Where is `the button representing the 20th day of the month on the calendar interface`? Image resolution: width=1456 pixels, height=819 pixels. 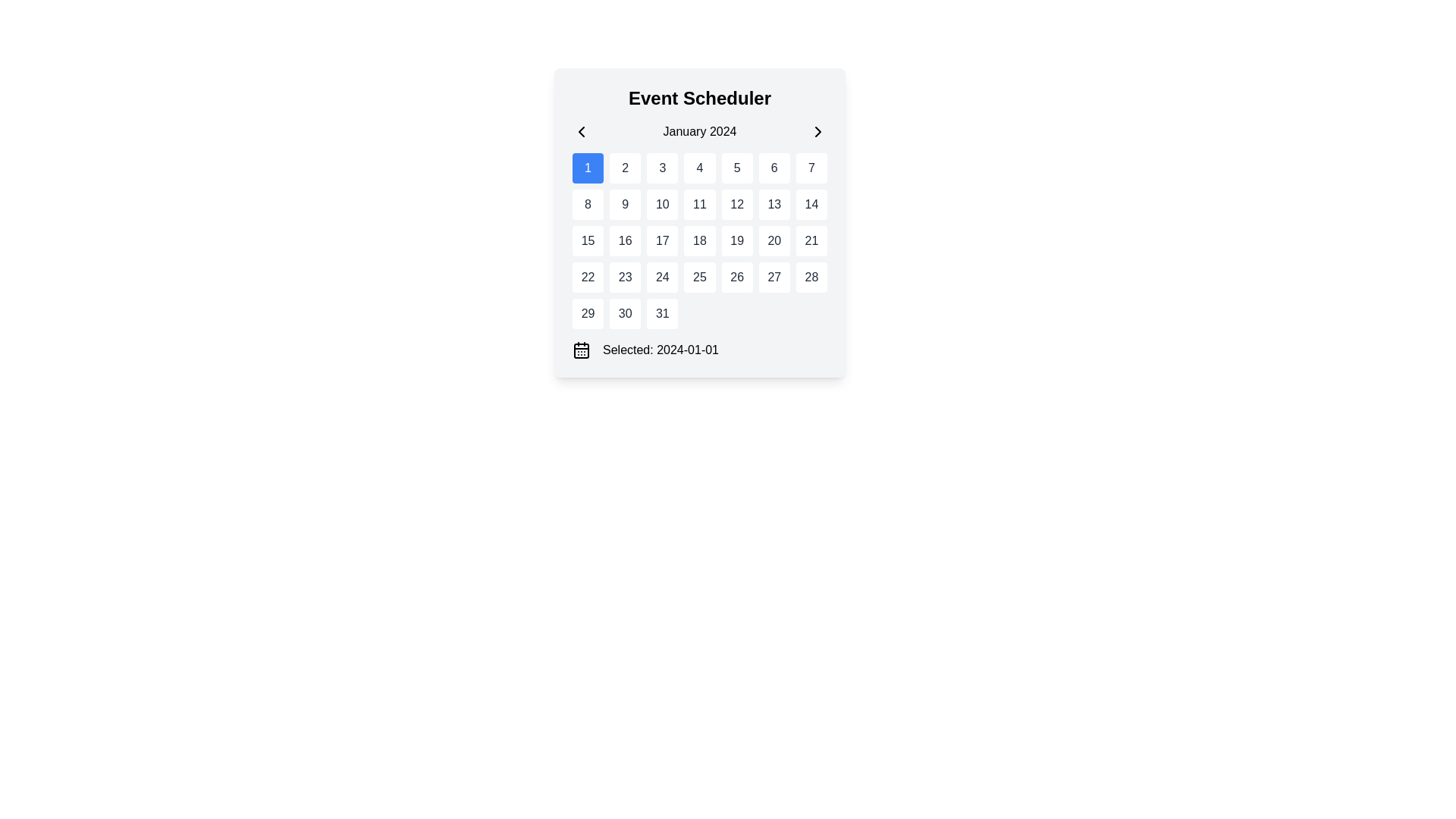 the button representing the 20th day of the month on the calendar interface is located at coordinates (774, 240).